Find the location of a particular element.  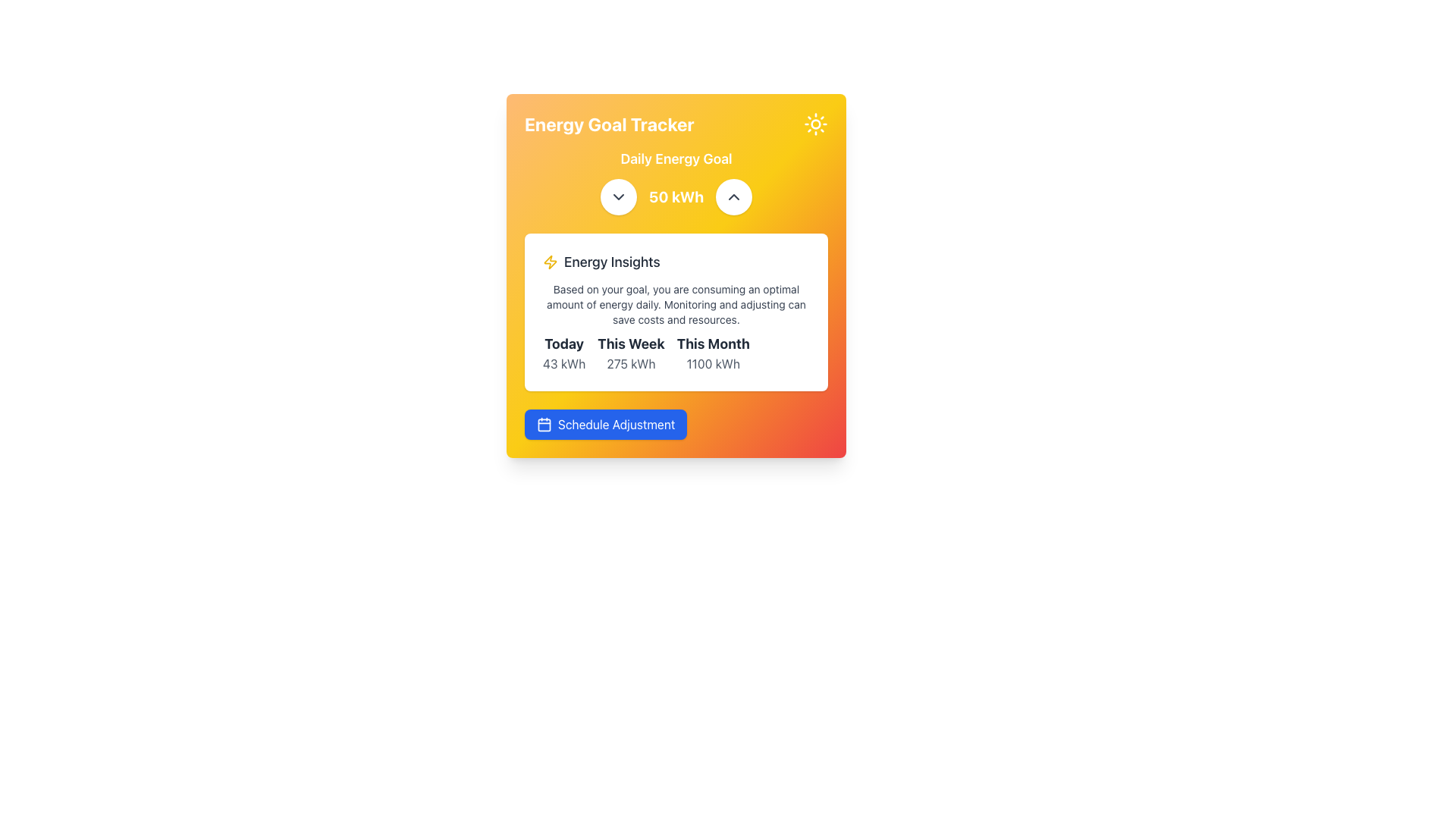

the blue calendar icon within the 'Schedule Adjustment' button by moving the cursor to its center is located at coordinates (544, 424).